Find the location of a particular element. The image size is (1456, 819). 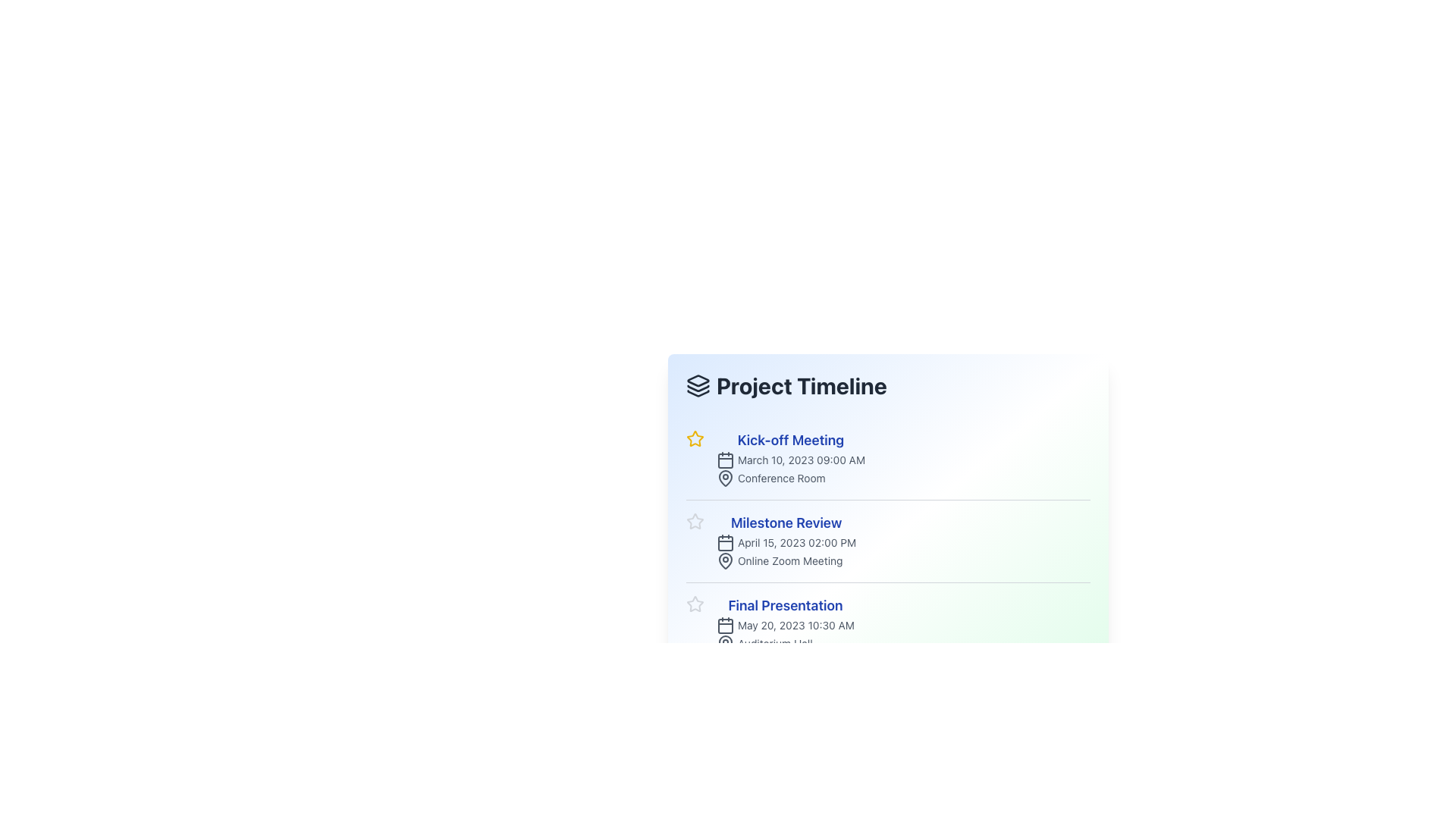

the Text Label with Icon that indicates the location of the 'Kick-off Meeting', located below the text 'March 10, 2023 09:00 AM' is located at coordinates (789, 479).